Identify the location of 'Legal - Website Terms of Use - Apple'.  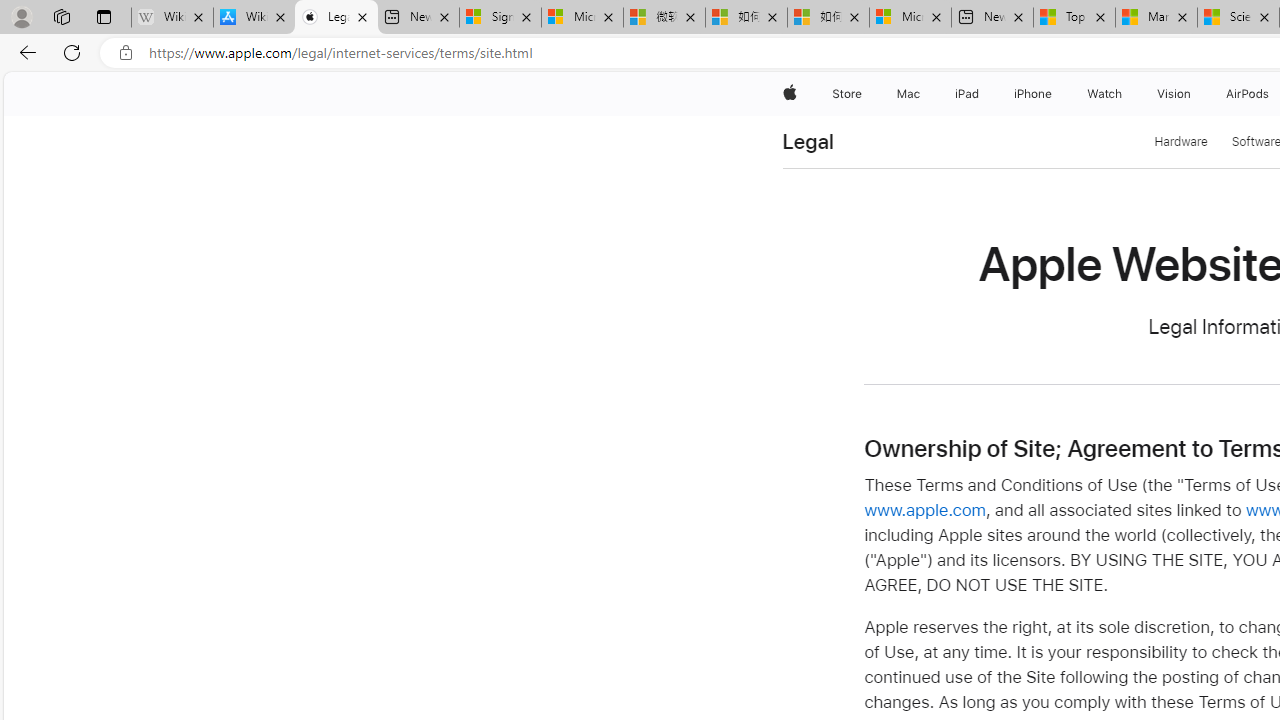
(336, 17).